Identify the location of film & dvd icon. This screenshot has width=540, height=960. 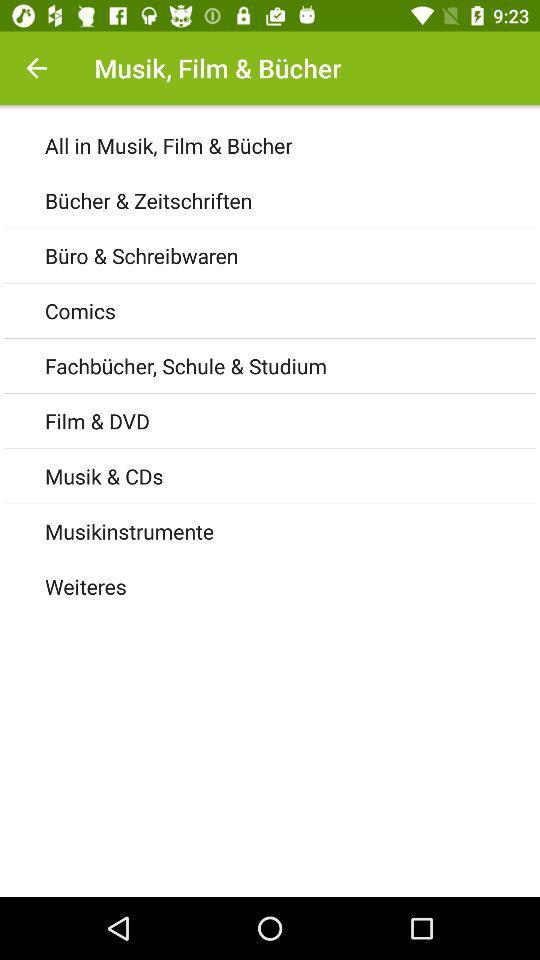
(291, 421).